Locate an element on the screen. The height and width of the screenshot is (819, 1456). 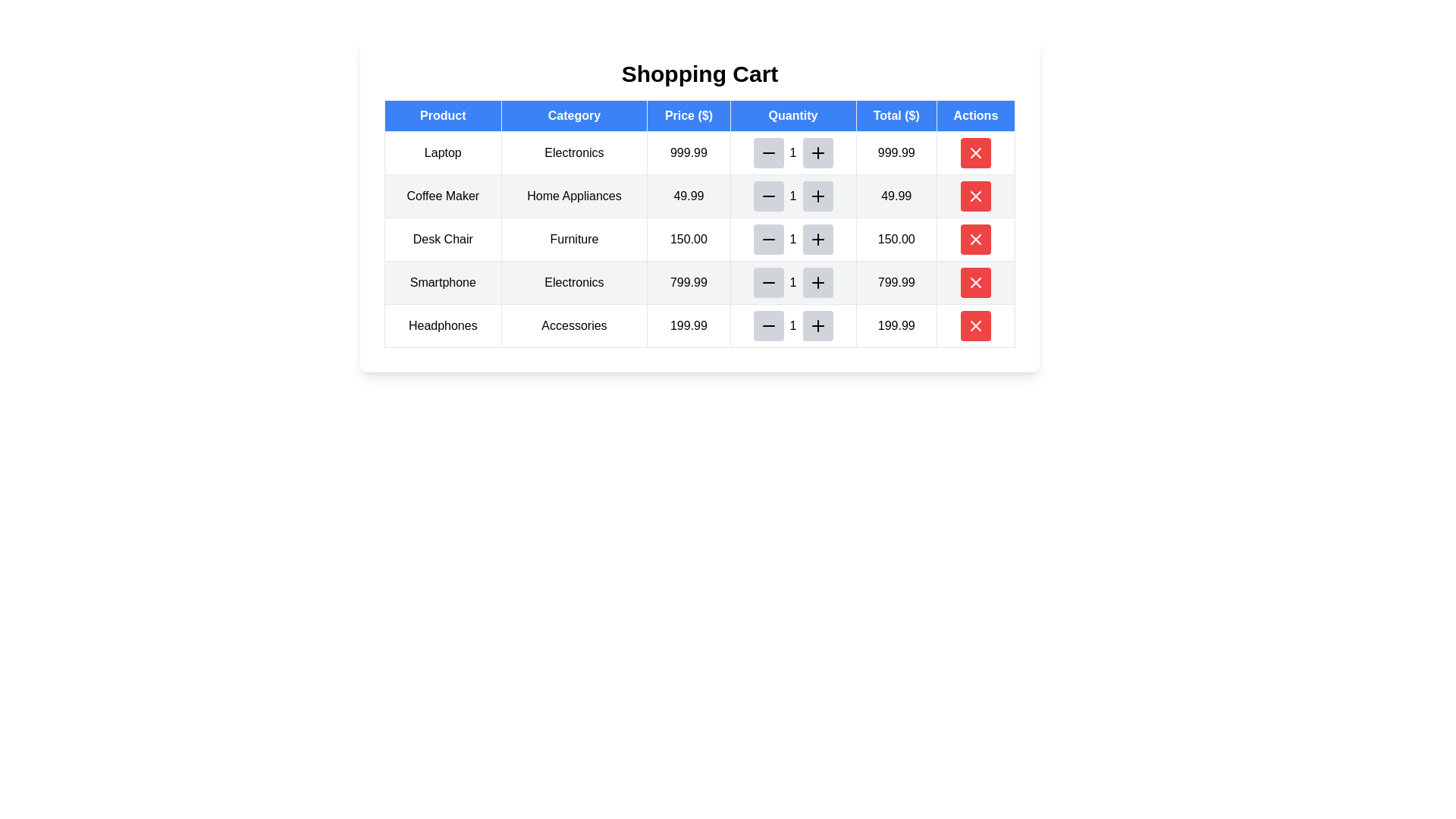
the static text label displaying 'Electronics' in the second column of the first row of the table under the 'Category' column, which is positioned to the right of the 'Laptop' cell is located at coordinates (573, 152).